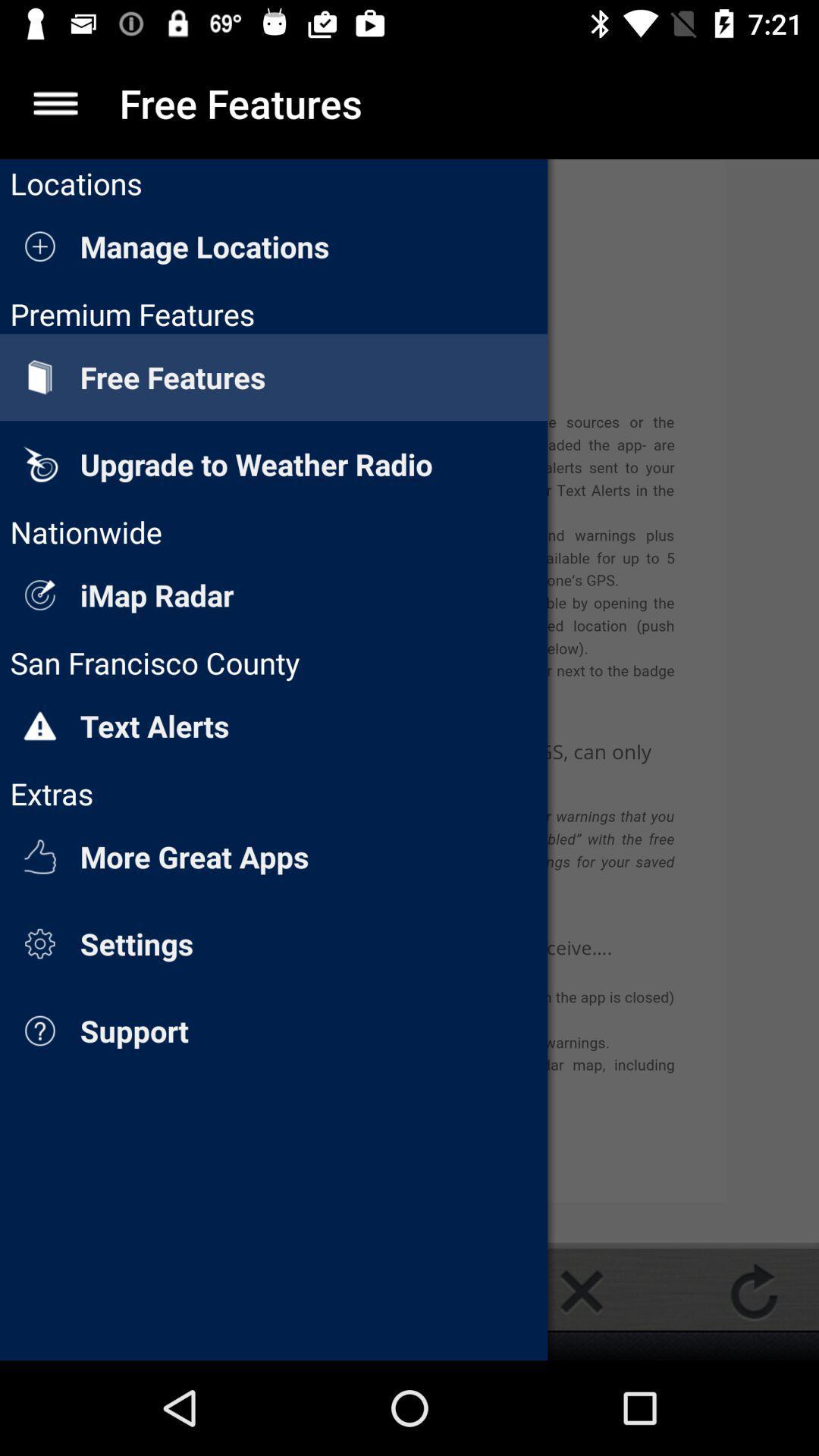 Image resolution: width=819 pixels, height=1456 pixels. What do you see at coordinates (754, 1291) in the screenshot?
I see `the refresh icon` at bounding box center [754, 1291].